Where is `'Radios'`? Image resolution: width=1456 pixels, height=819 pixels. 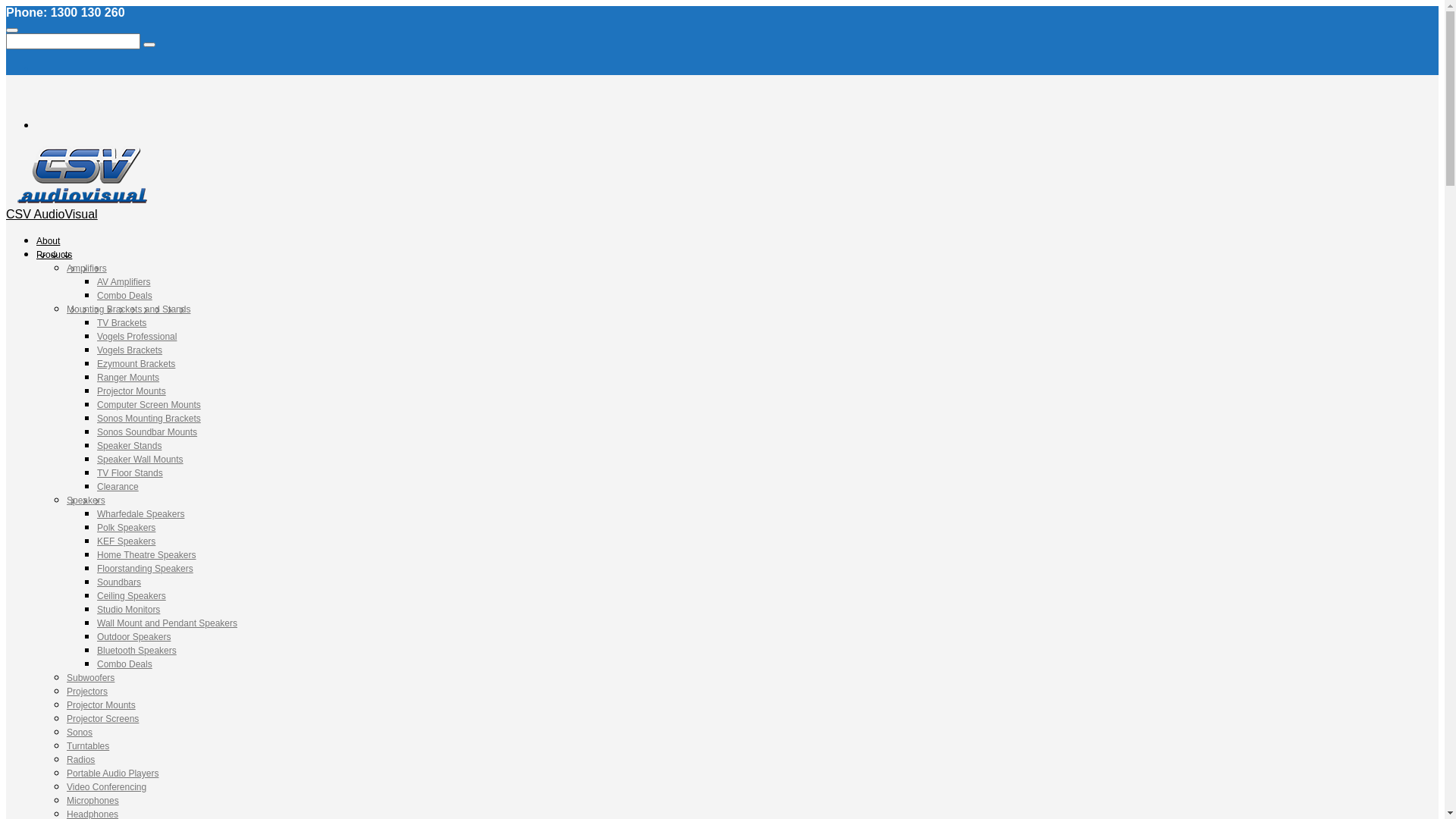
'Radios' is located at coordinates (80, 760).